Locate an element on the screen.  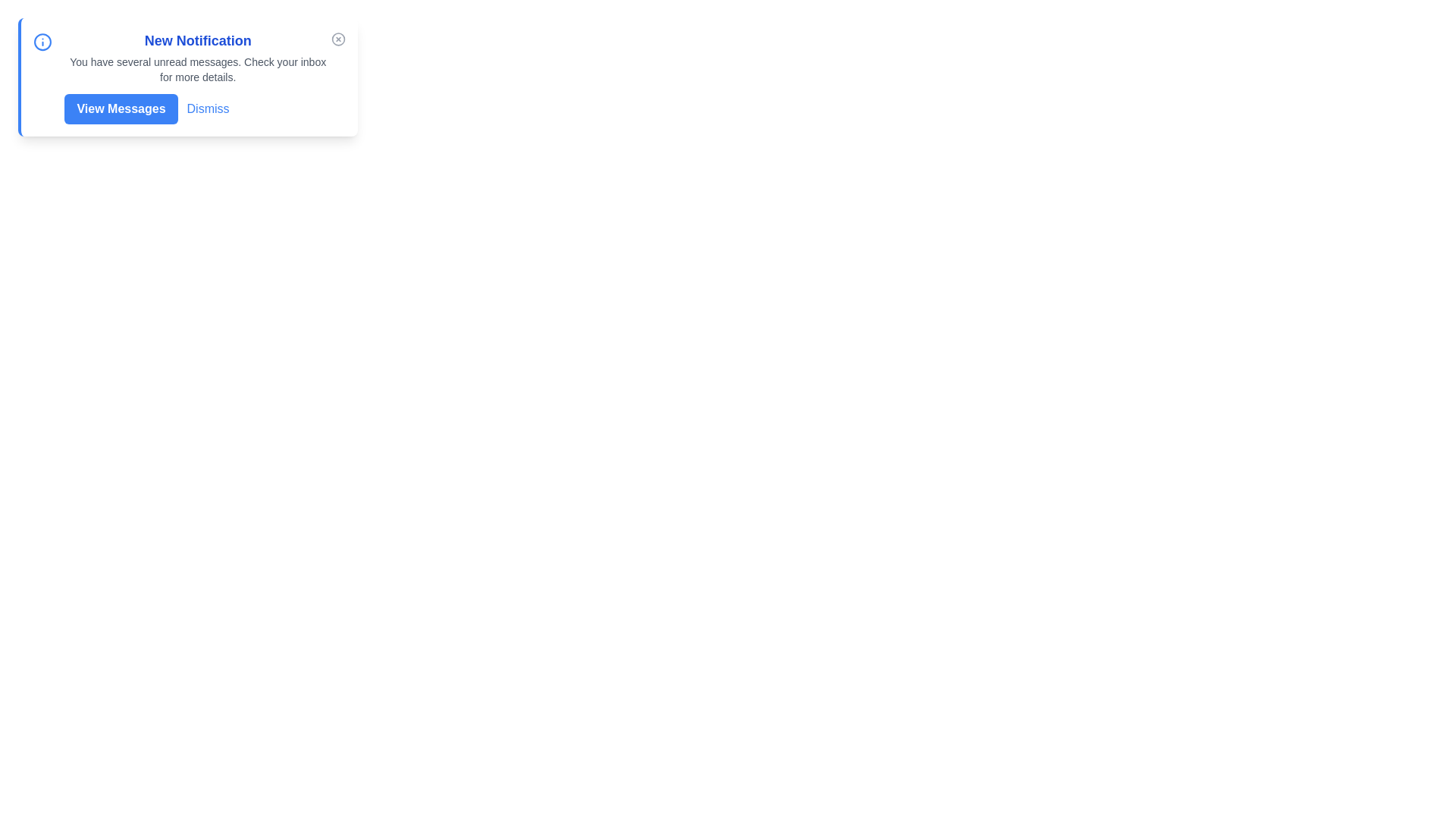
the icon button in the top-right corner of the notification card titled 'New Notification' is located at coordinates (337, 38).